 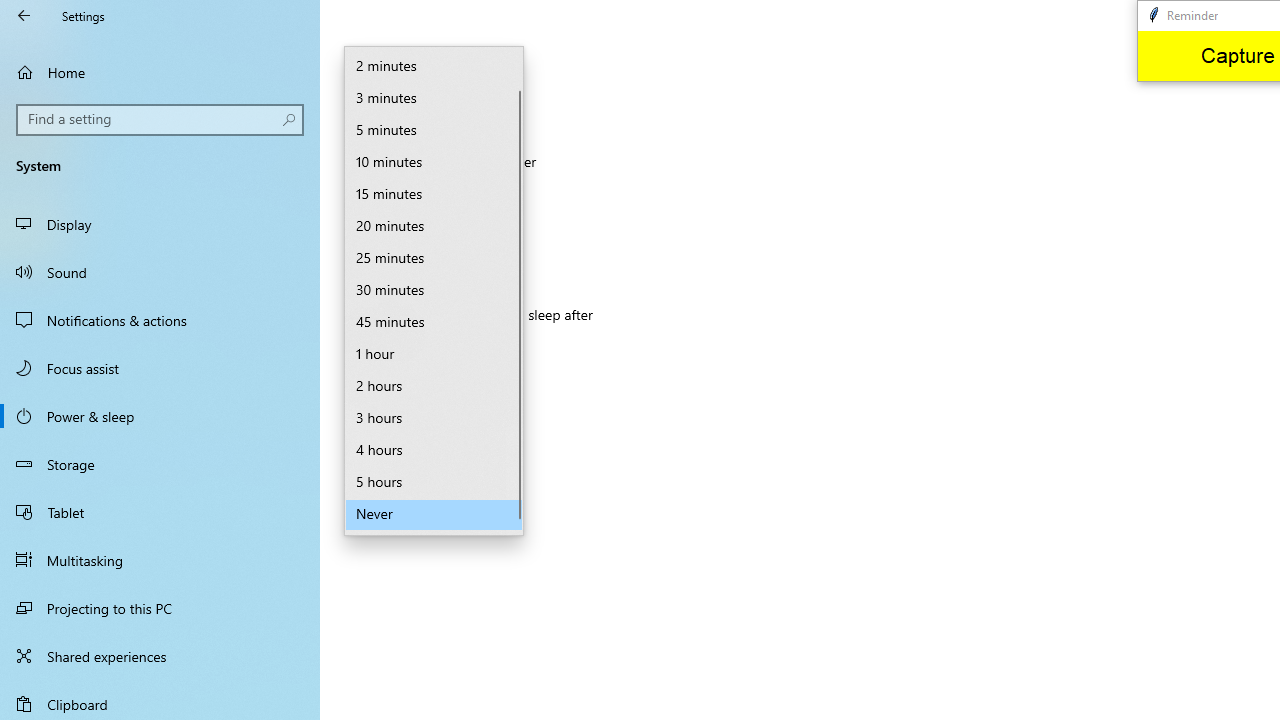 What do you see at coordinates (160, 319) in the screenshot?
I see `'Notifications & actions'` at bounding box center [160, 319].